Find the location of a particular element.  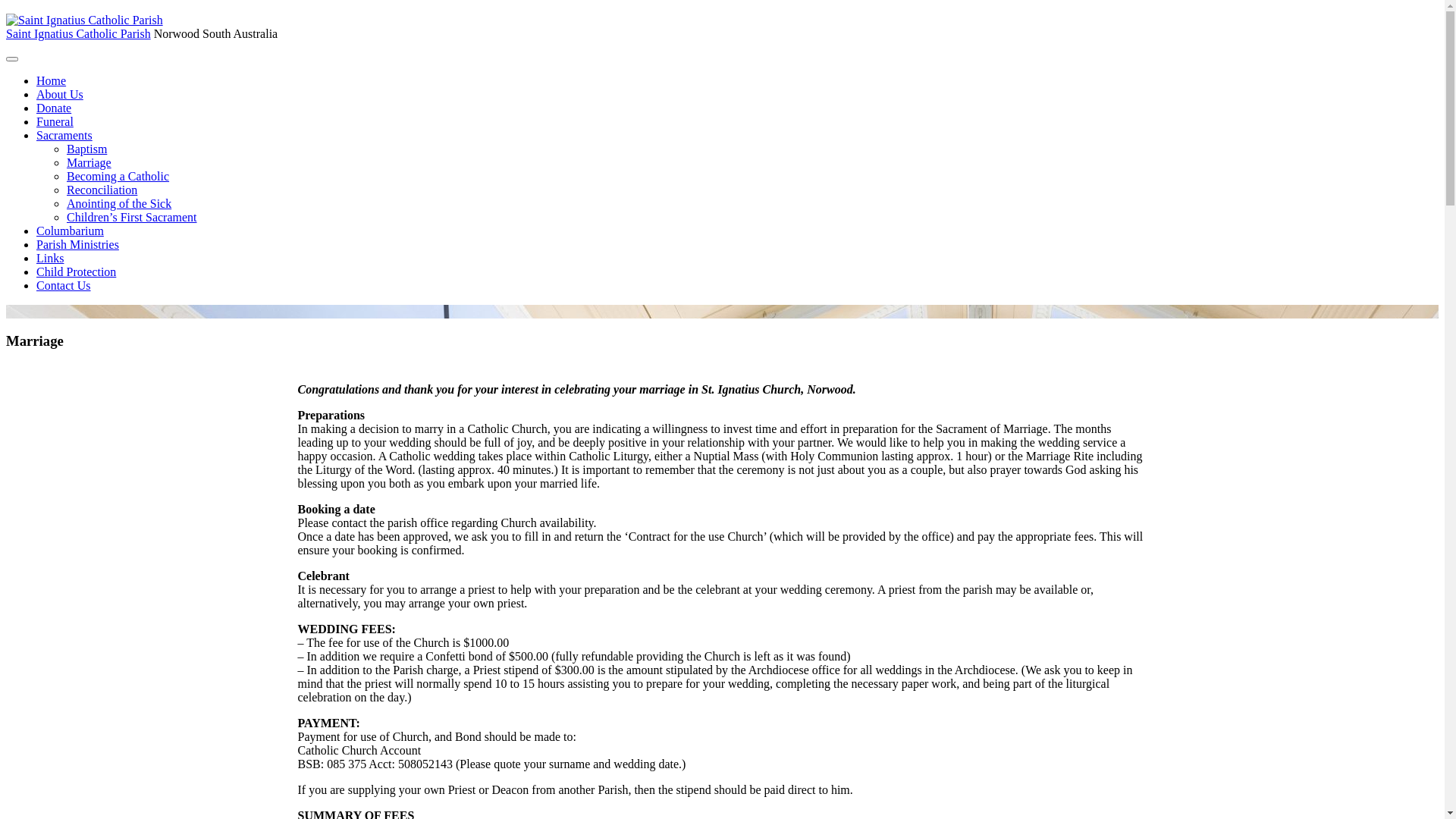

'Home' is located at coordinates (51, 80).